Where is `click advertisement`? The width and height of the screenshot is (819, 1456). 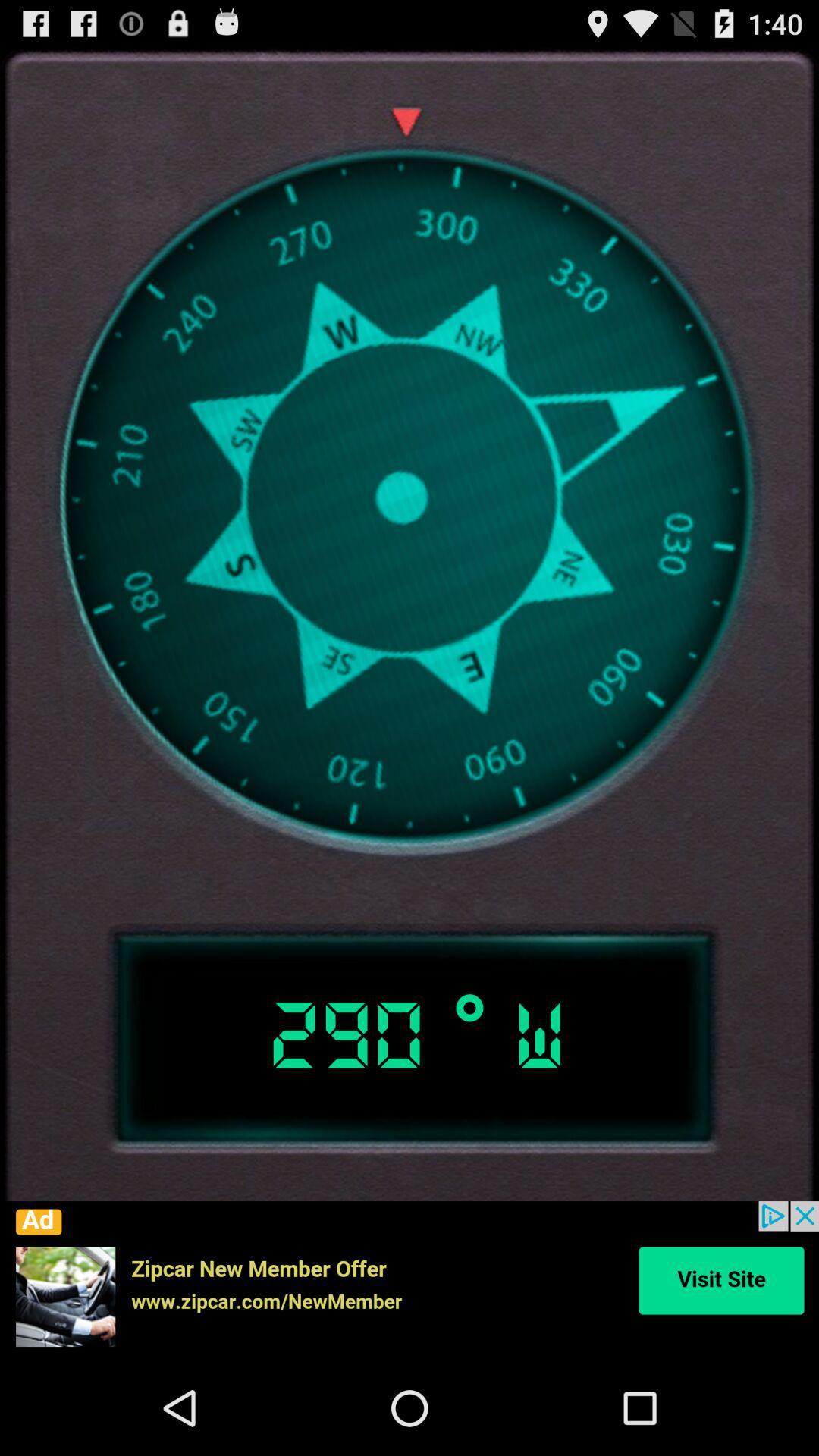
click advertisement is located at coordinates (409, 1280).